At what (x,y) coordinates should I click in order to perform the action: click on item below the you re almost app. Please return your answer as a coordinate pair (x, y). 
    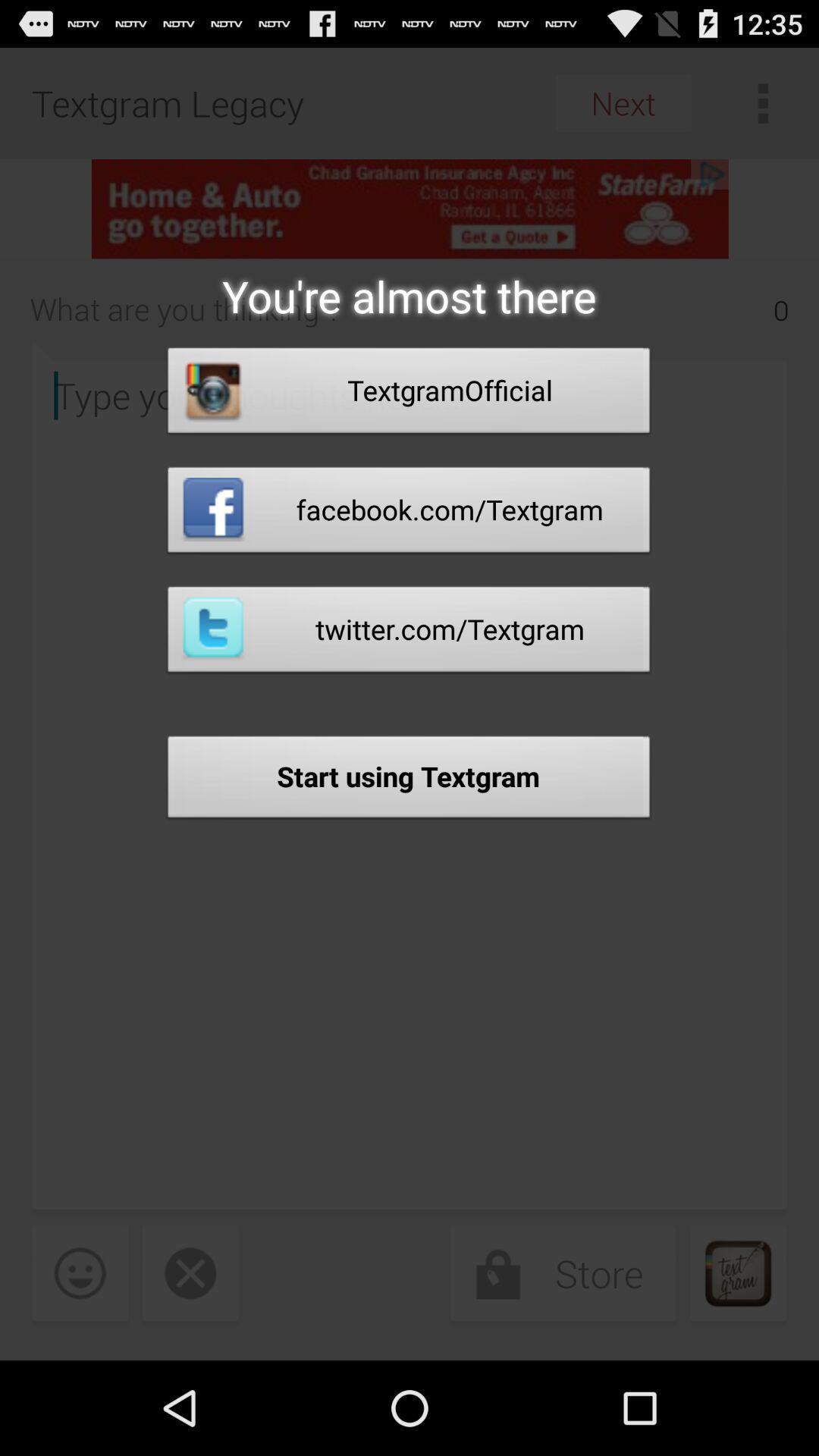
    Looking at the image, I should click on (408, 394).